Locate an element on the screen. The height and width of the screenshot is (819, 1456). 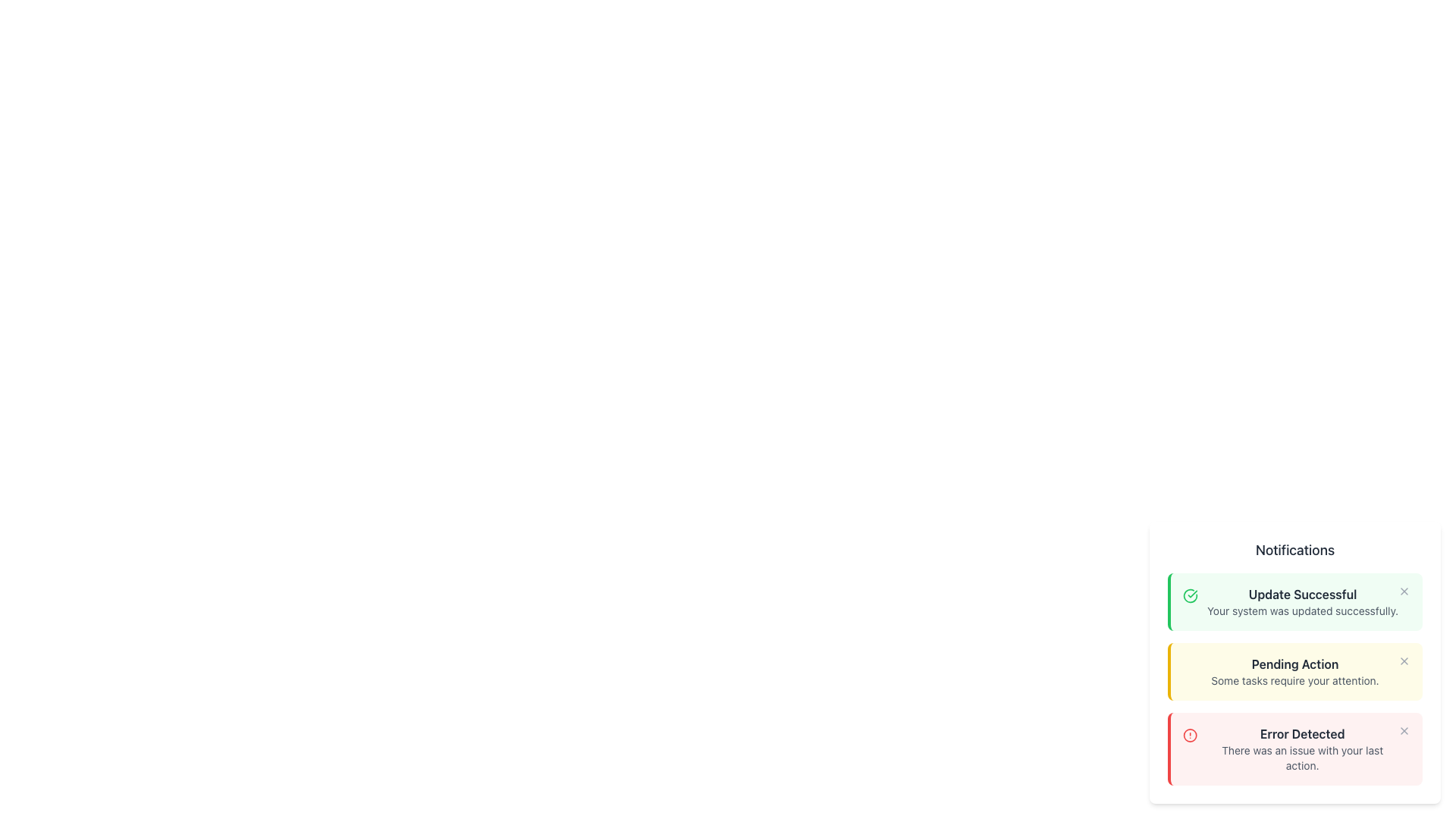
the interactive icon button located at the top-right corner of the 'Update Successful' notification card to change its appearance is located at coordinates (1404, 590).